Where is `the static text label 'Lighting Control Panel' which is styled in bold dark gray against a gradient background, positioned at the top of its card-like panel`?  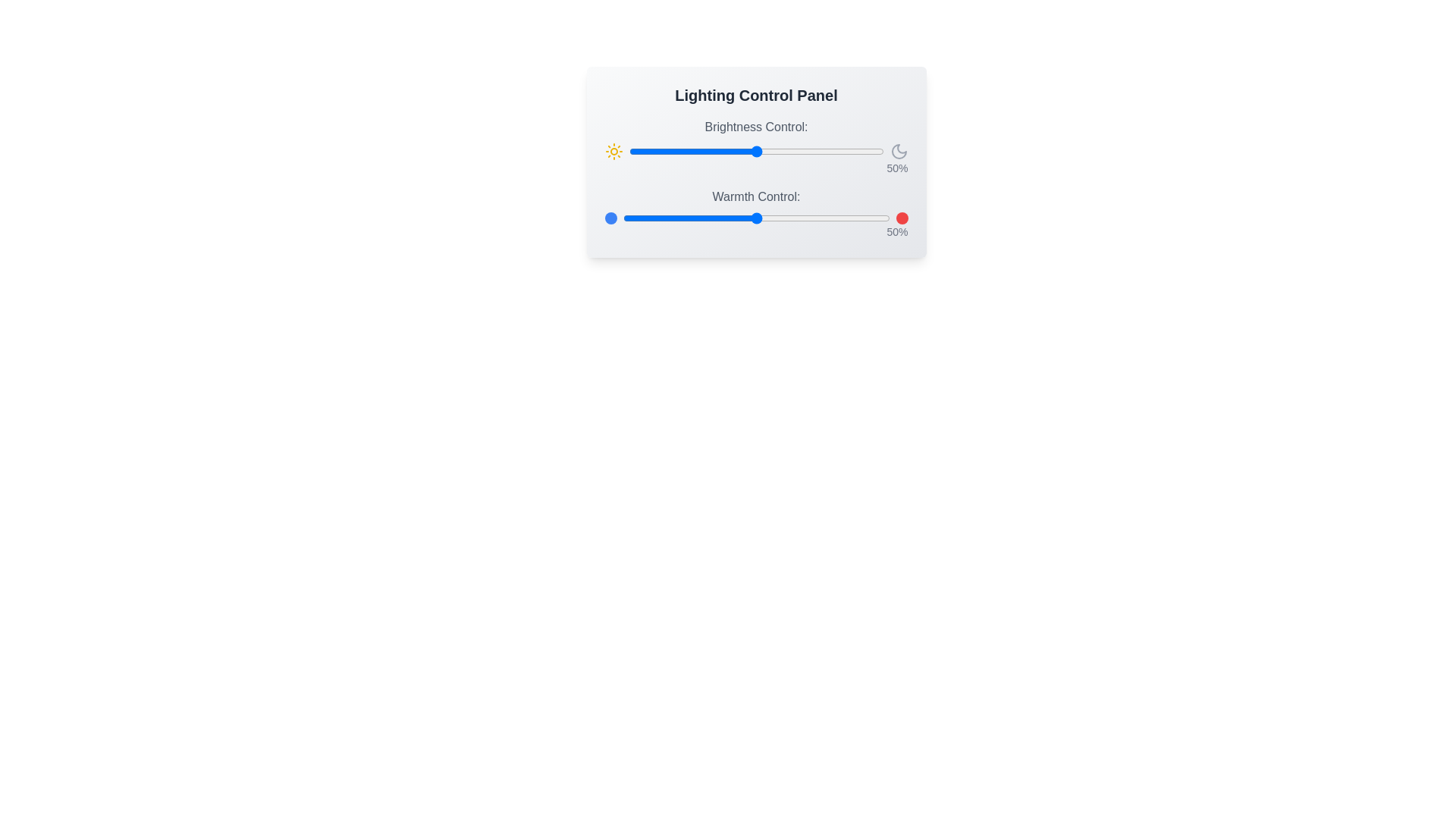
the static text label 'Lighting Control Panel' which is styled in bold dark gray against a gradient background, positioned at the top of its card-like panel is located at coordinates (756, 96).